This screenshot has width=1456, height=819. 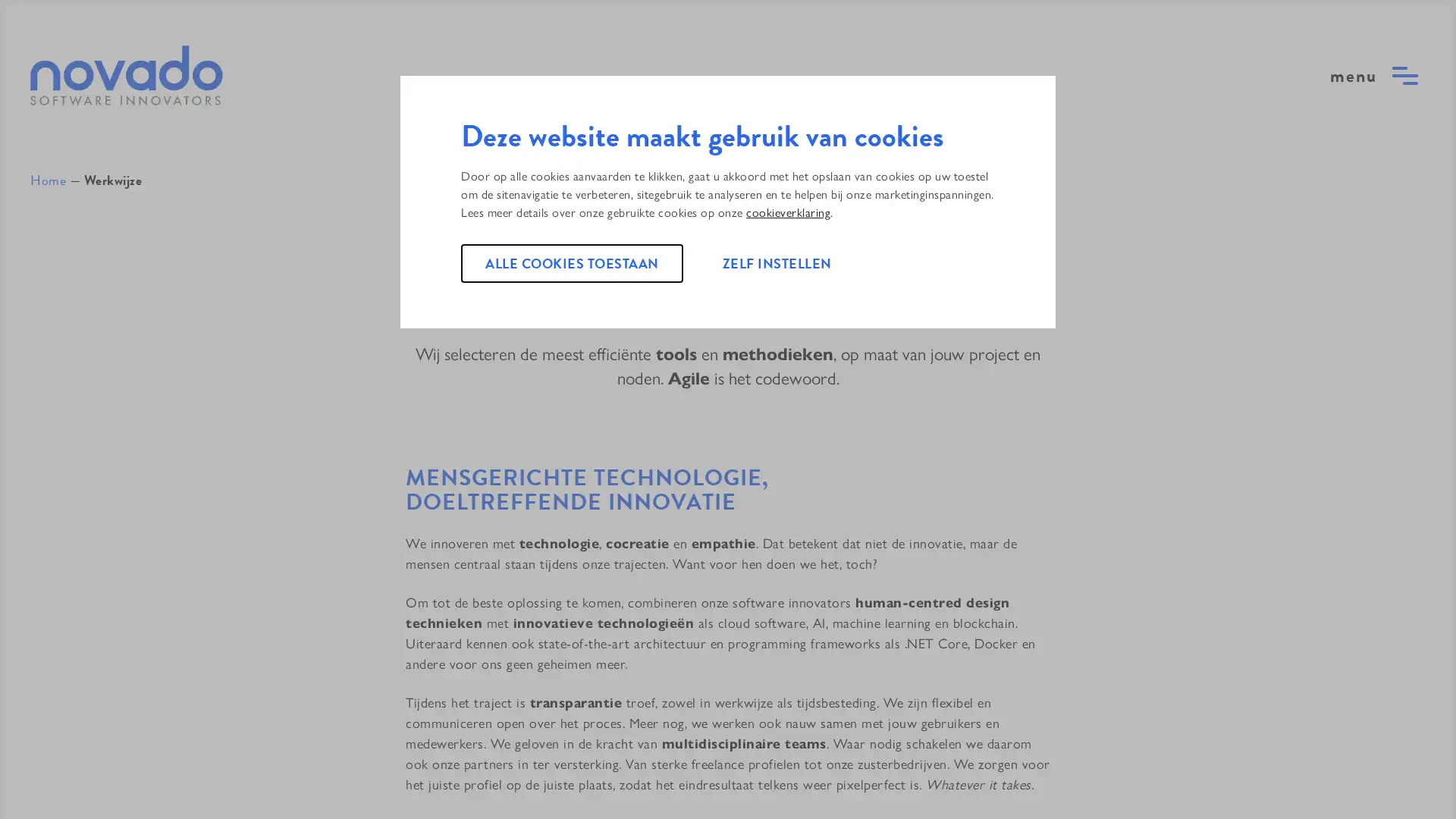 I want to click on ALLE COOKIES TOESTAAN, so click(x=570, y=262).